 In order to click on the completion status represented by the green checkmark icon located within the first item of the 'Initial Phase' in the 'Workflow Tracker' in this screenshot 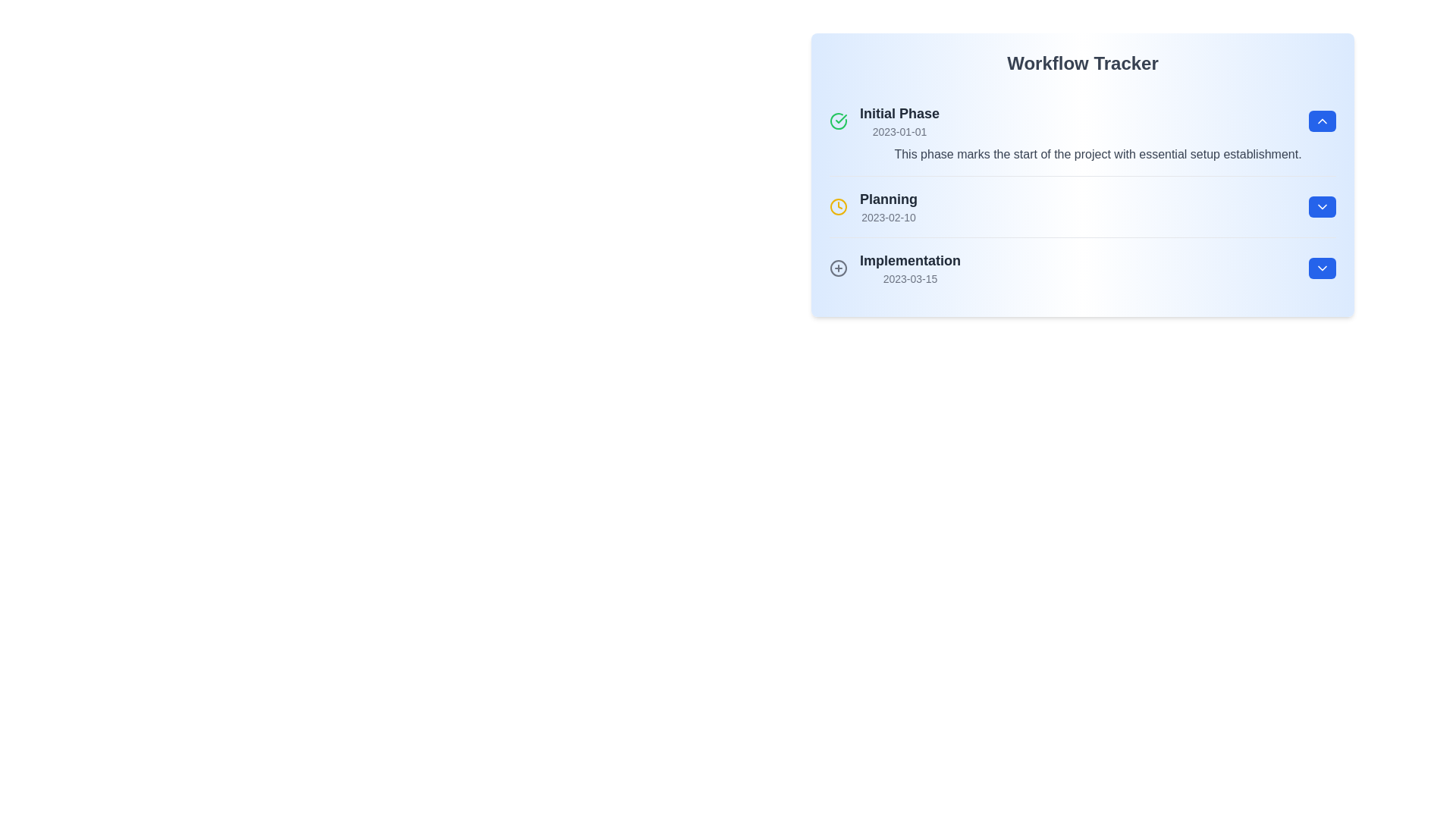, I will do `click(840, 118)`.